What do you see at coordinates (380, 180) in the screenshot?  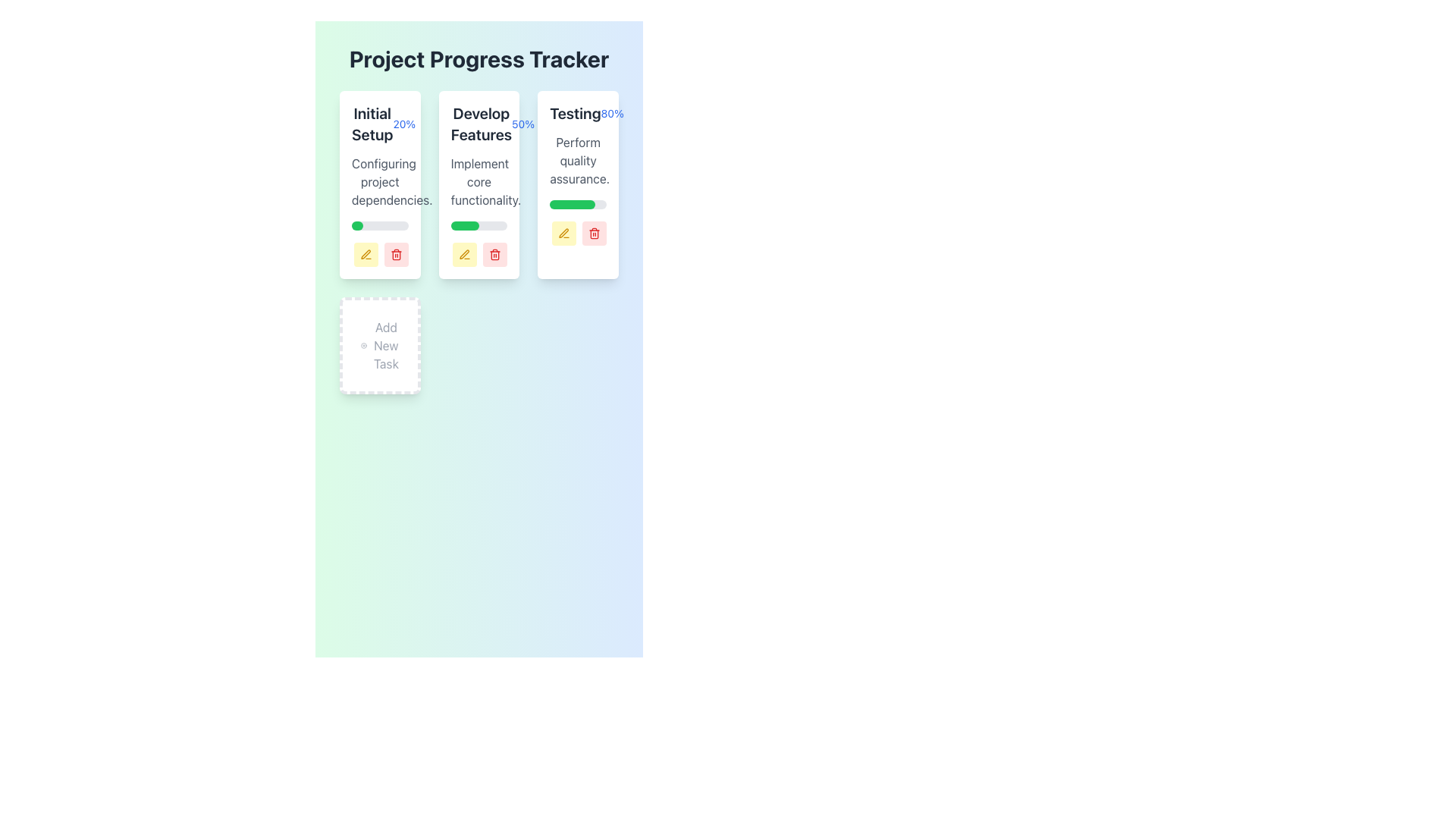 I see `the Text Label that displays descriptive text about the current task 'Configuring project dependencies' related to 'Initial Setup', located below the title 'Initial Setup' and above the progress bar in the 'Project Progress Tracker' card` at bounding box center [380, 180].